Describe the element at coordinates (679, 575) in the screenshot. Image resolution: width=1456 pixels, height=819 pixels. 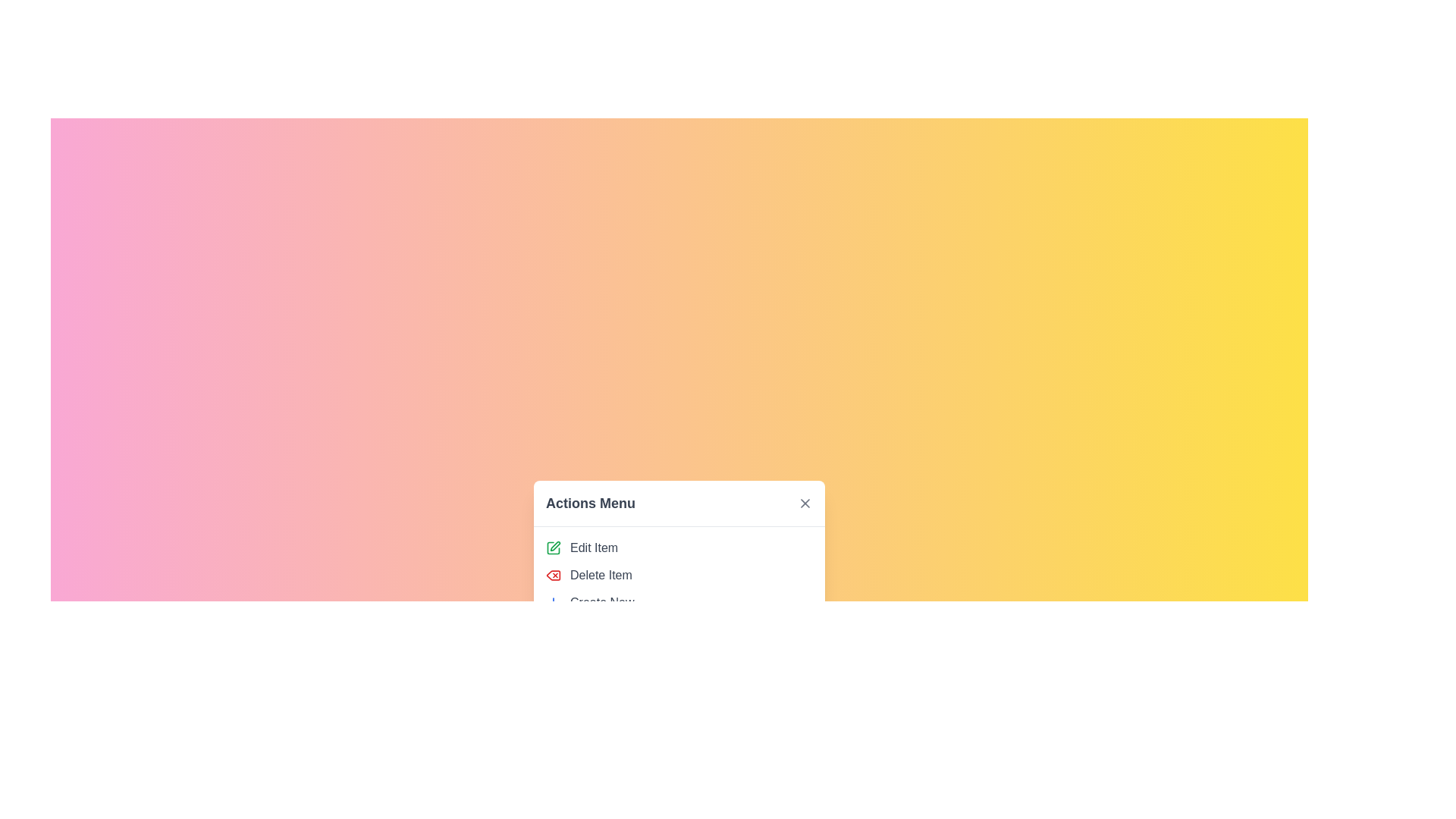
I see `the second menu item, which triggers the deletion action for an associated item in the list` at that location.